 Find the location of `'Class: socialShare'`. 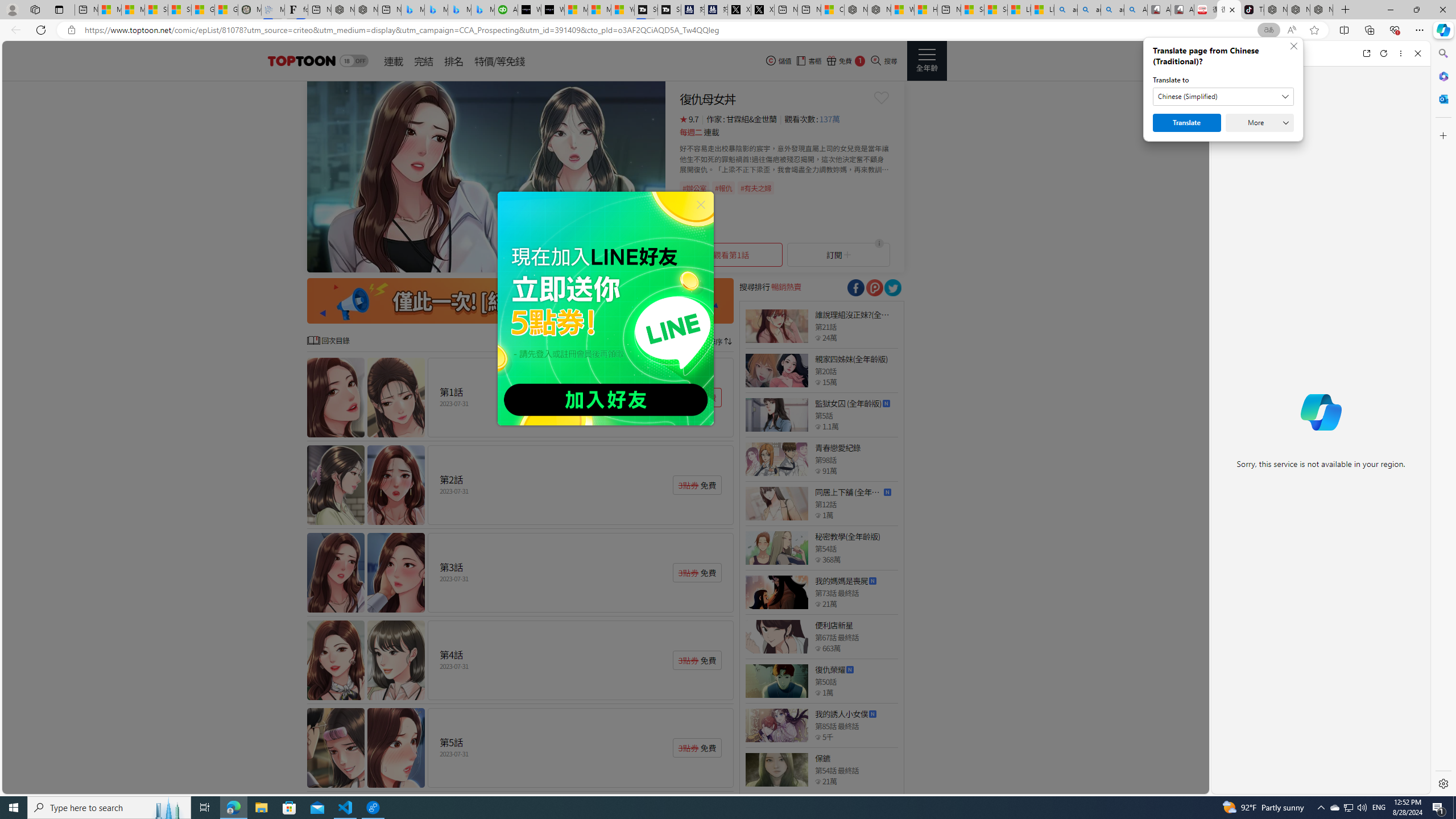

'Class: socialShare' is located at coordinates (892, 287).